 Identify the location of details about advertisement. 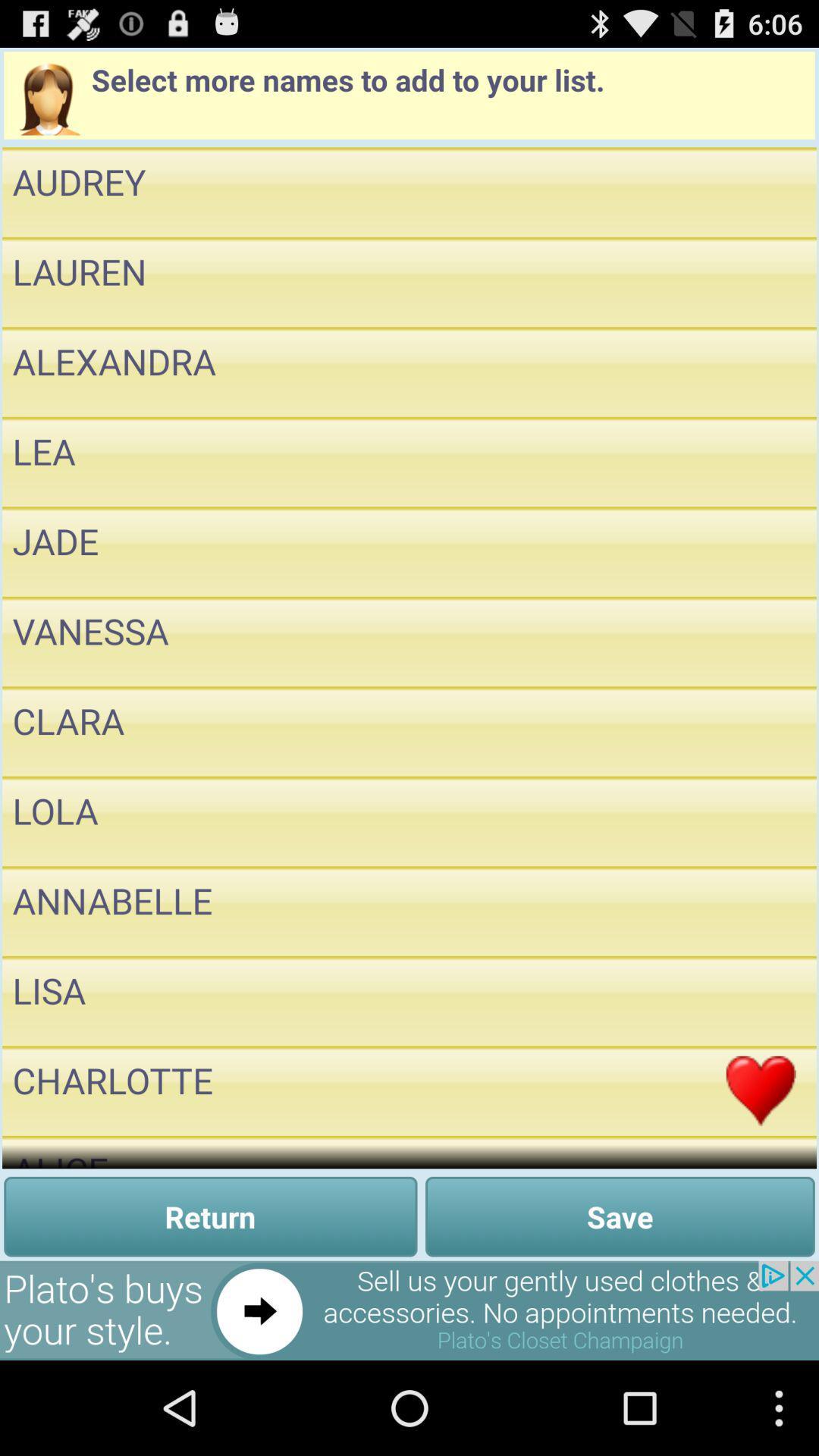
(409, 1310).